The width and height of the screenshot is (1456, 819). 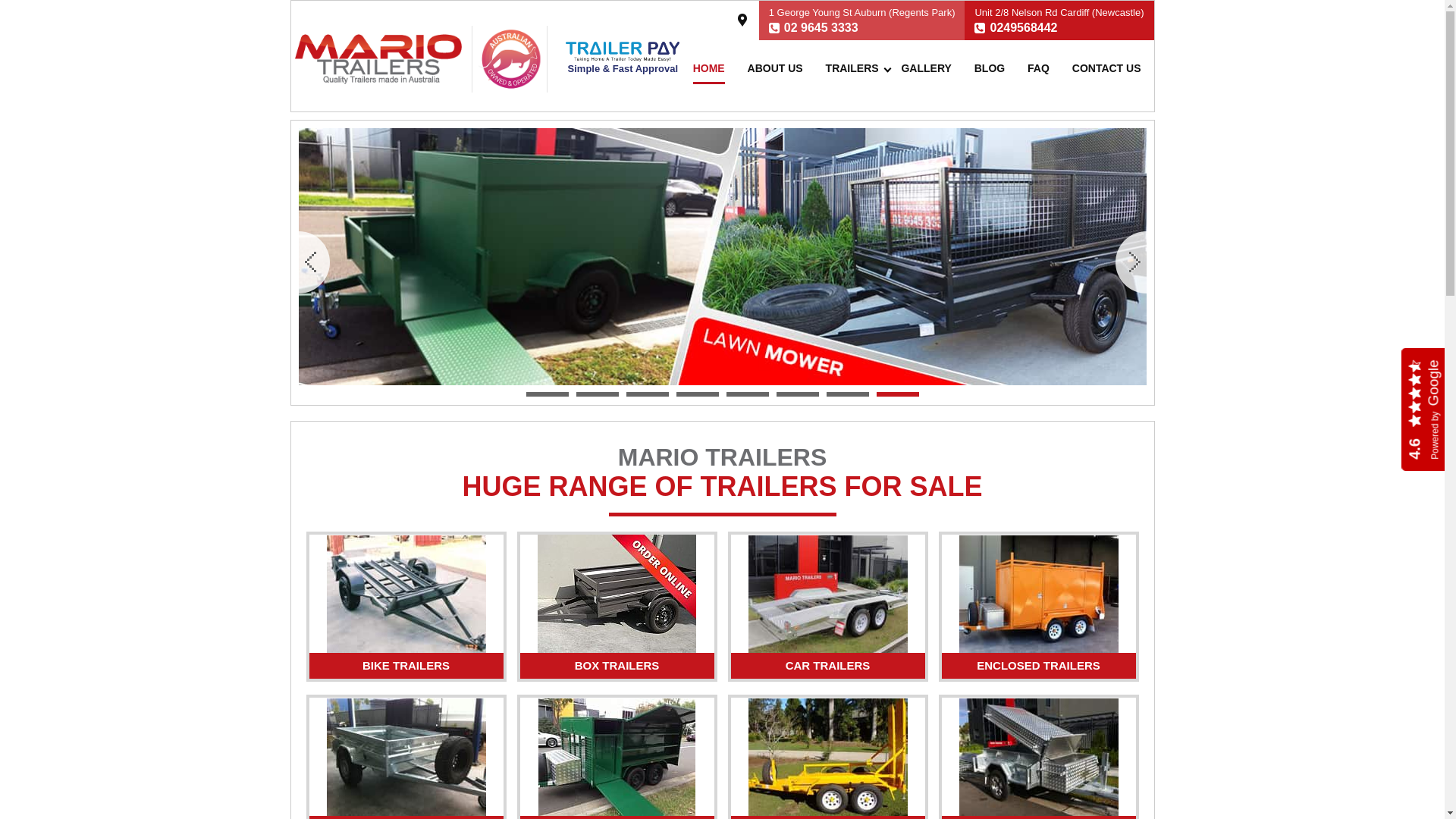 What do you see at coordinates (1037, 67) in the screenshot?
I see `'FAQ'` at bounding box center [1037, 67].